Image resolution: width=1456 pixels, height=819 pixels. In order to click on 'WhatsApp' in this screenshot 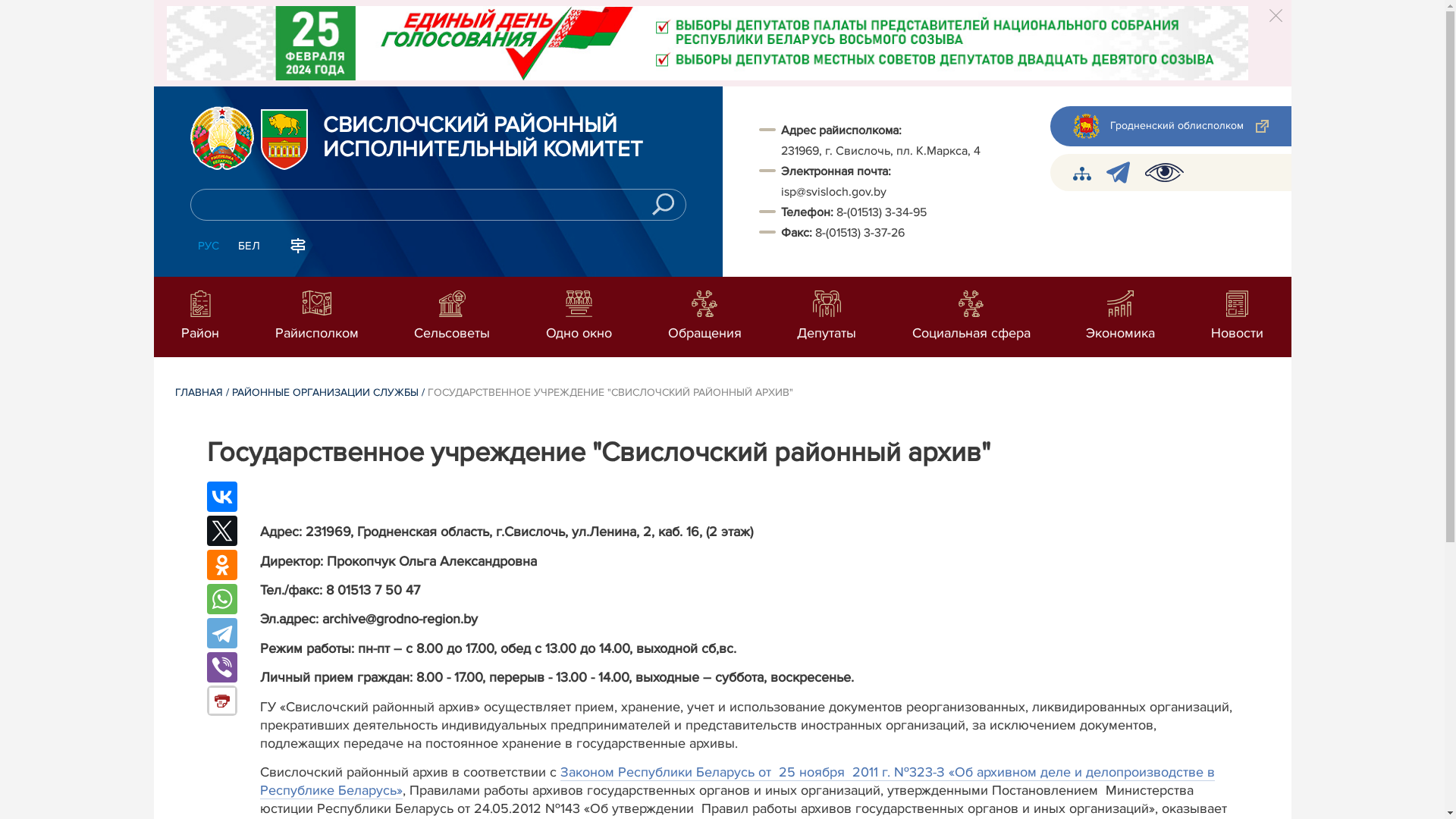, I will do `click(221, 598)`.